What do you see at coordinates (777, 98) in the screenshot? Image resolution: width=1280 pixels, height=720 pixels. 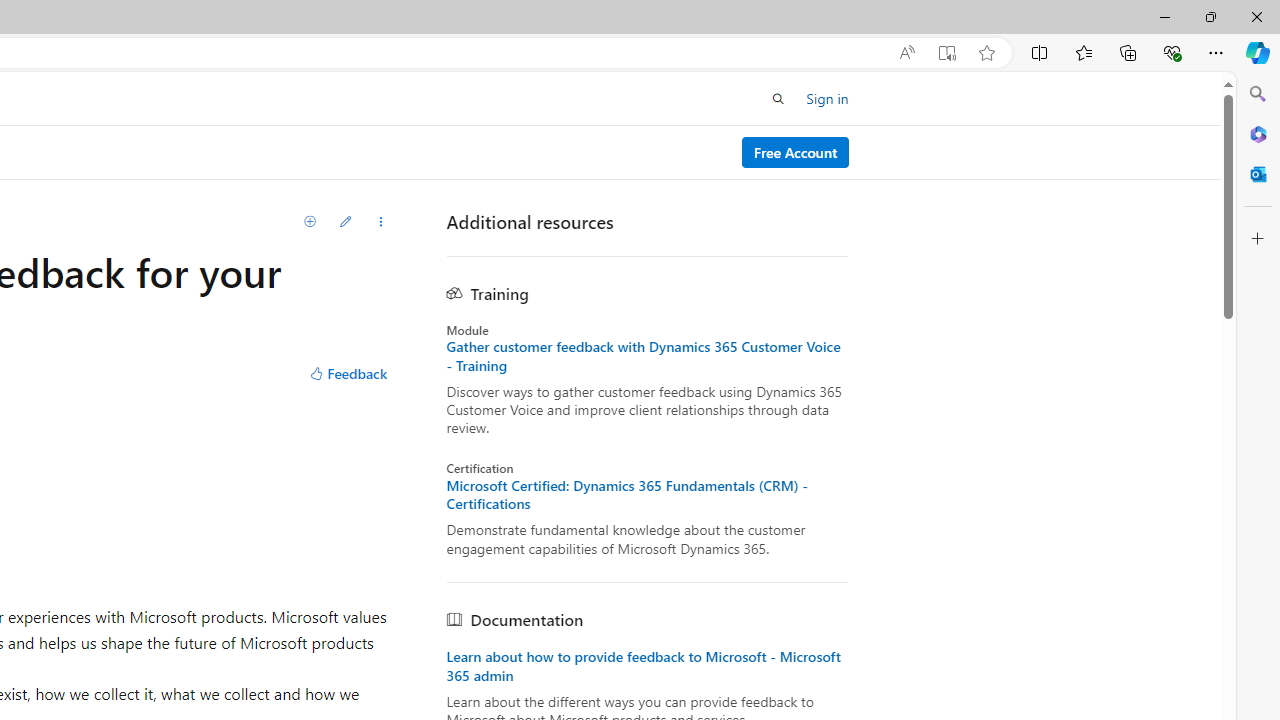 I see `'Open search'` at bounding box center [777, 98].